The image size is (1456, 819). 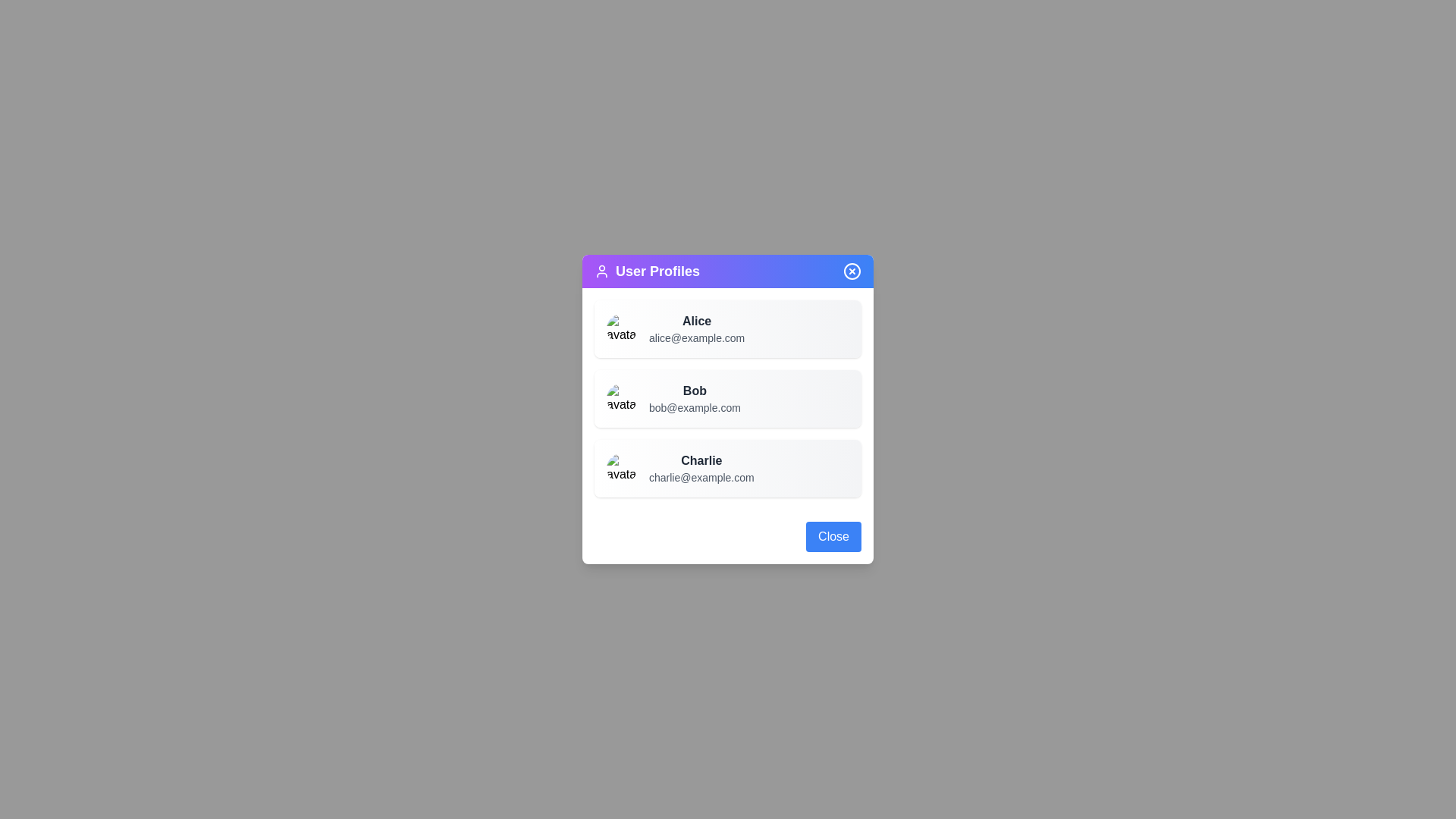 I want to click on the 'Close' button to close the dialog, so click(x=833, y=536).